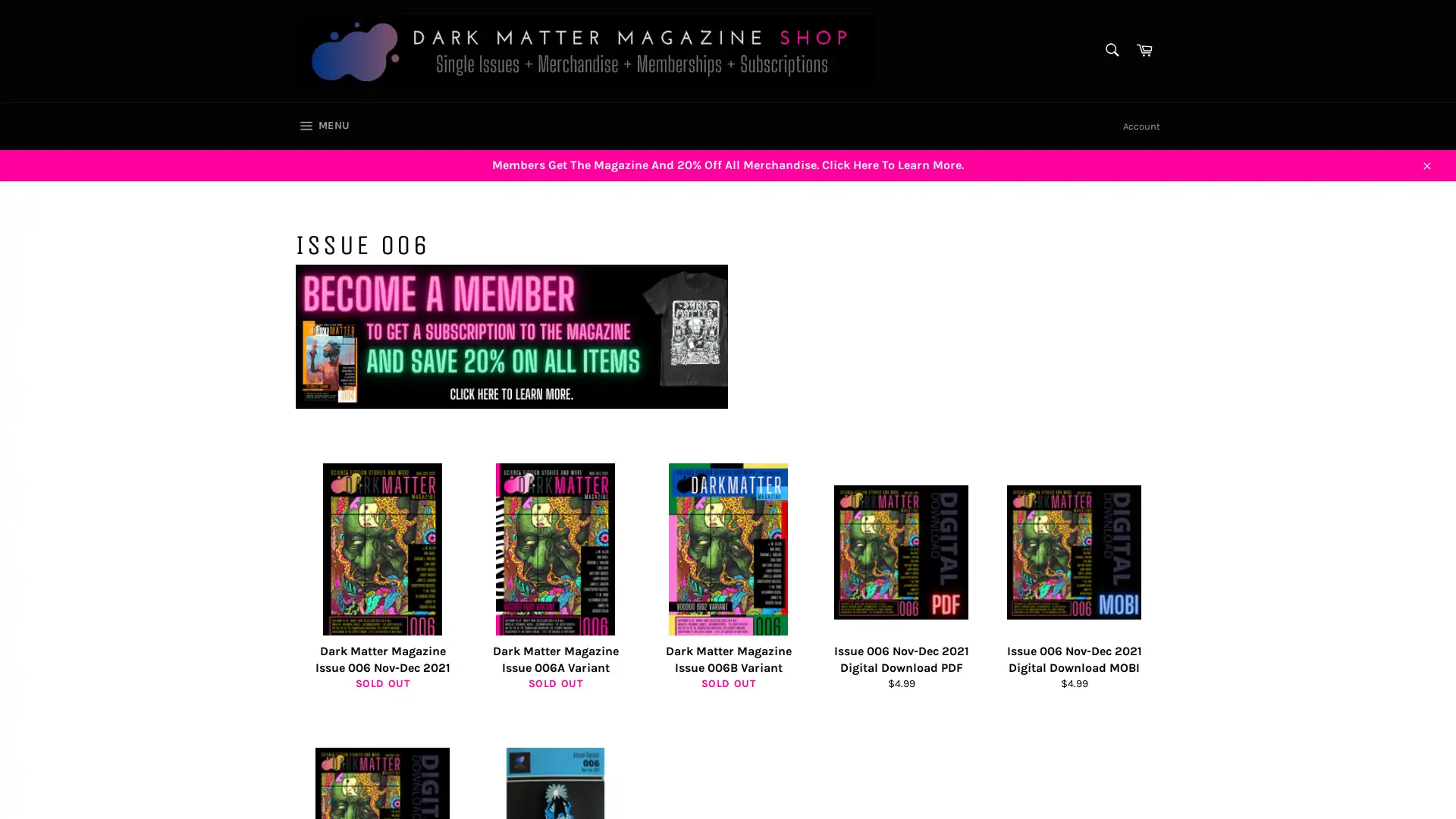 This screenshot has height=819, width=1456. What do you see at coordinates (1425, 163) in the screenshot?
I see `Close` at bounding box center [1425, 163].